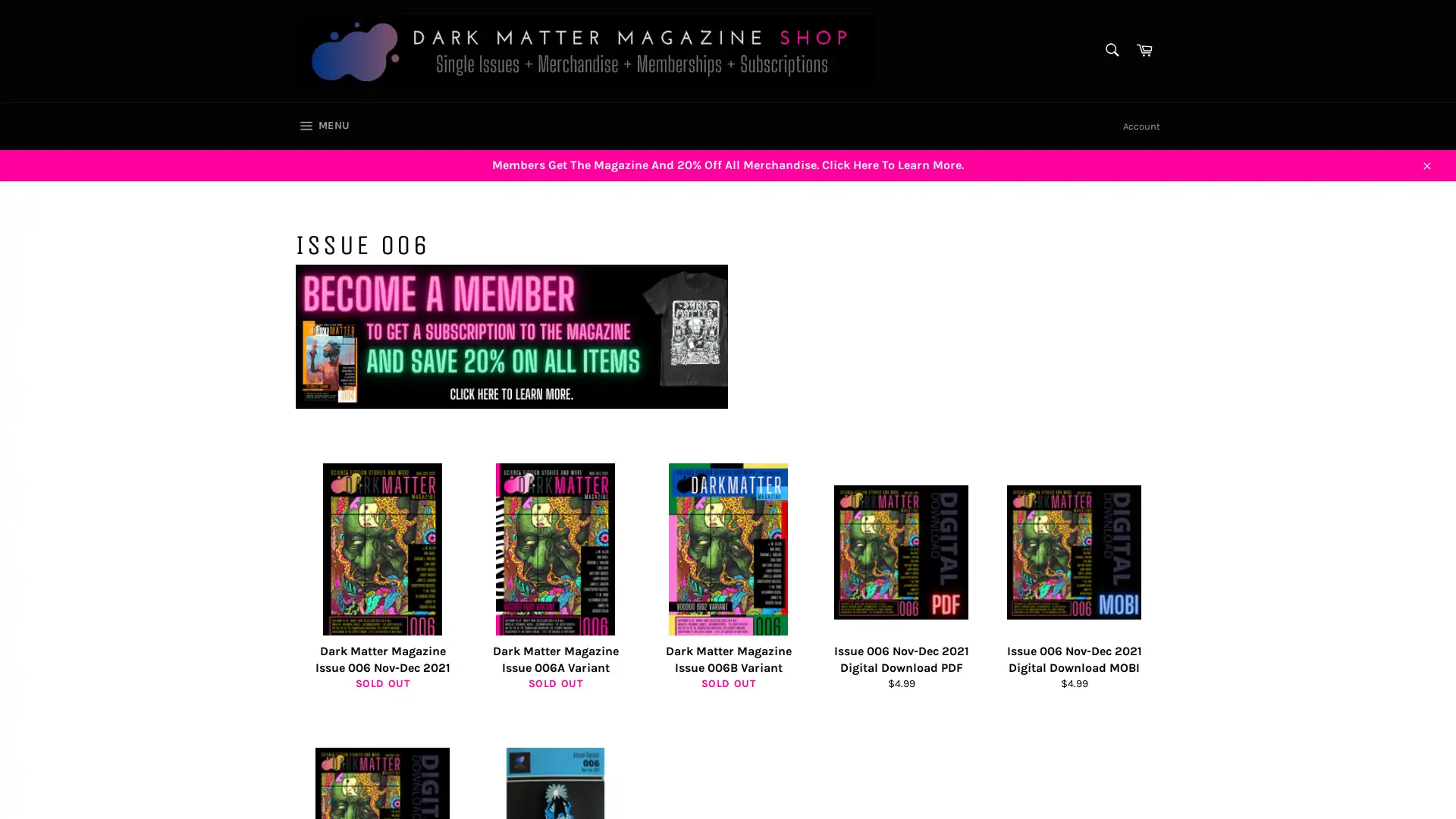 This screenshot has height=819, width=1456. What do you see at coordinates (1425, 163) in the screenshot?
I see `Close` at bounding box center [1425, 163].